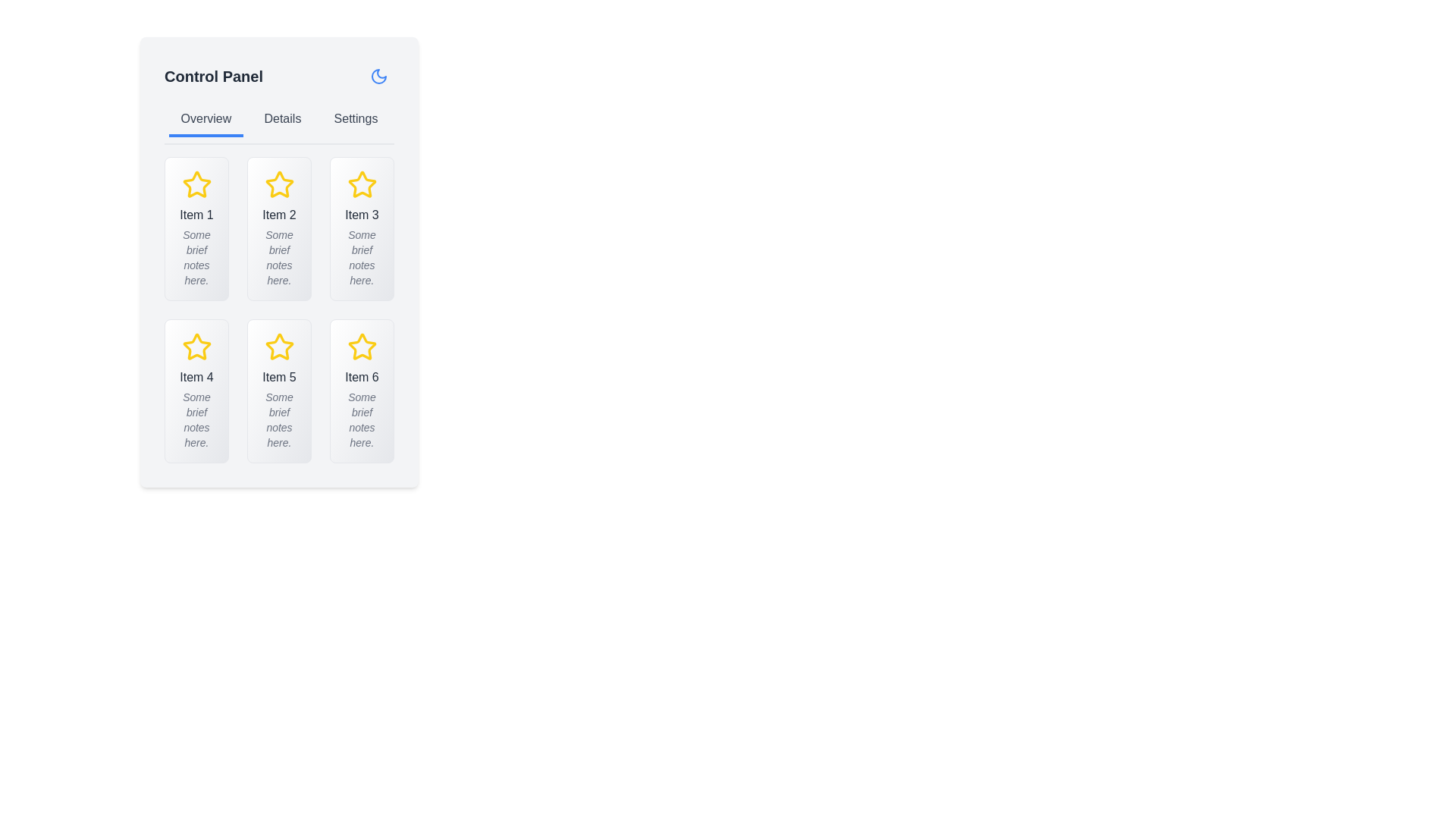  I want to click on the Card component displaying the title 'Item 3' and description 'Some brief notes here.' in the Control Panel under the 'Overview' tab, so click(361, 228).